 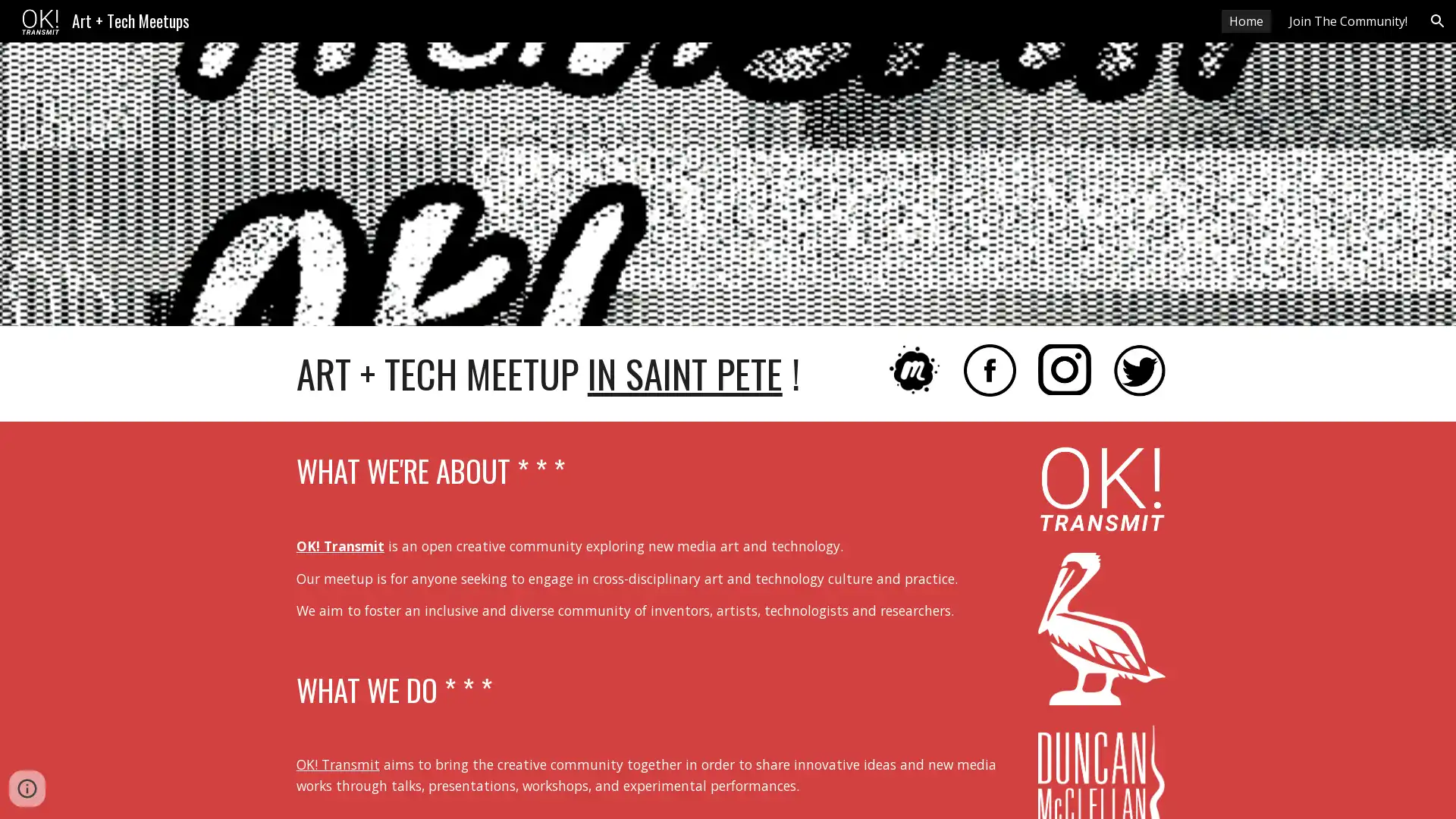 What do you see at coordinates (815, 374) in the screenshot?
I see `Copy heading link` at bounding box center [815, 374].